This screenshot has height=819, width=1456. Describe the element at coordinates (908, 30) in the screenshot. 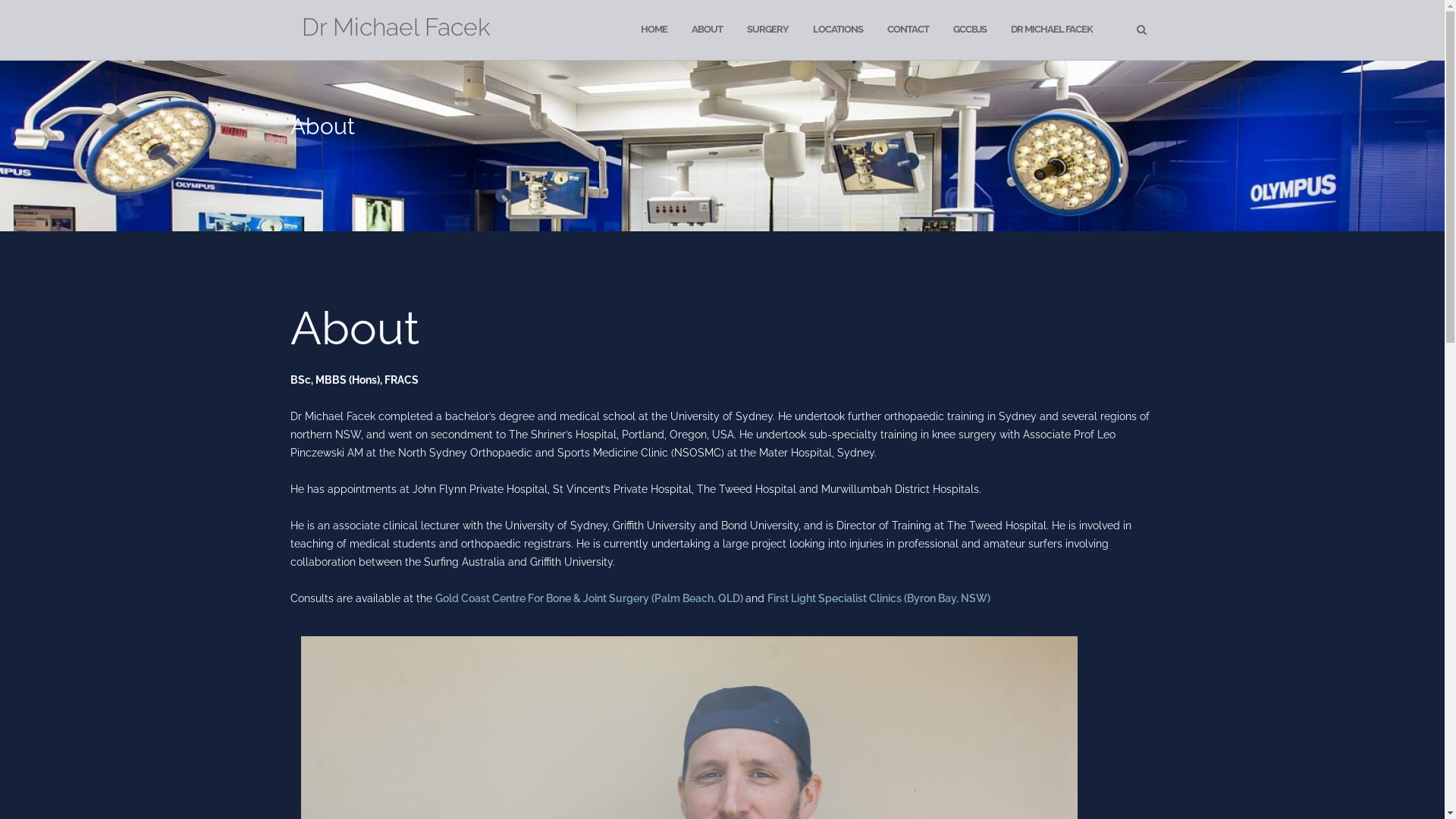

I see `'CONTACT'` at that location.